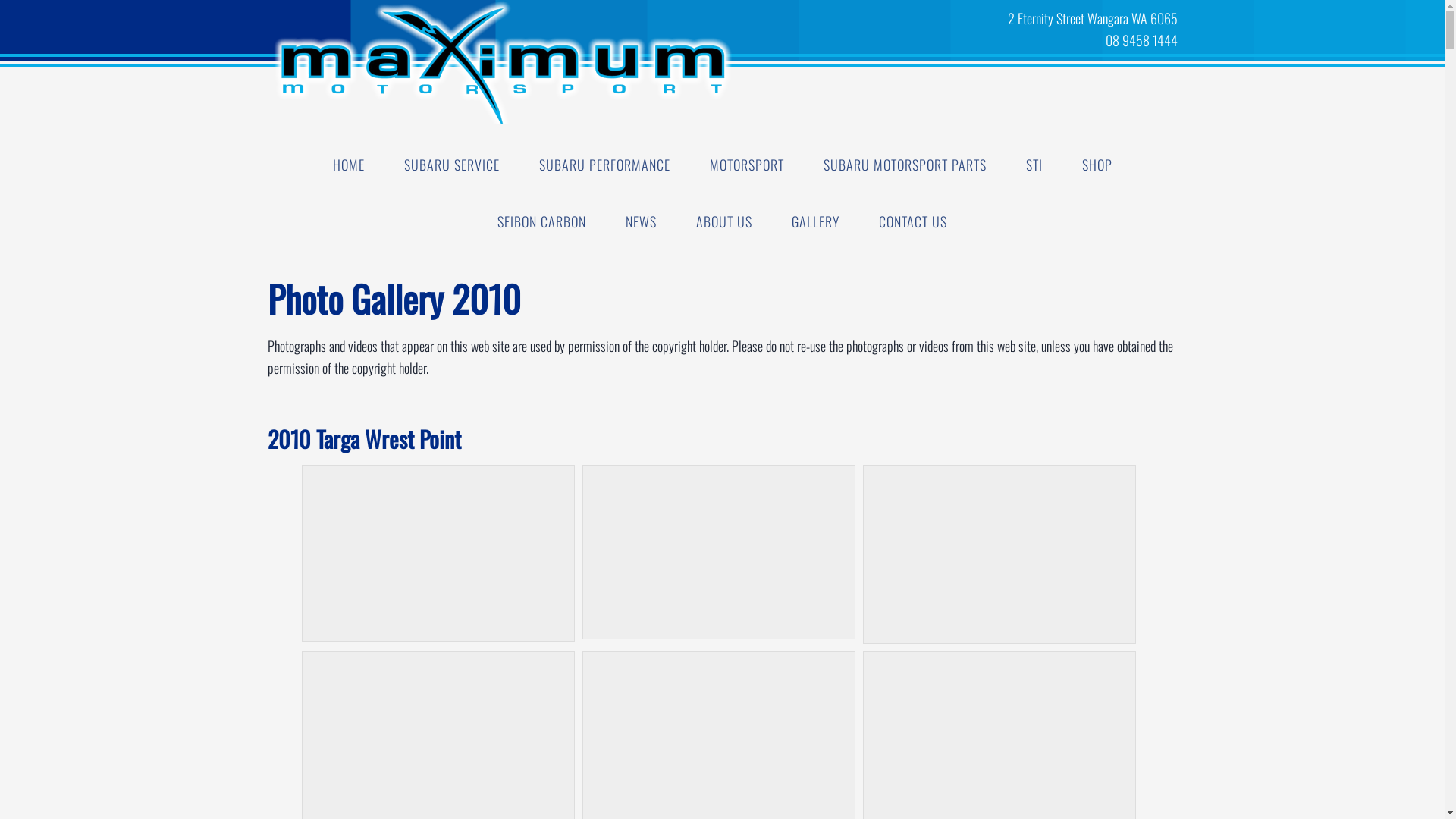 Image resolution: width=1456 pixels, height=819 pixels. I want to click on 'SHOP', so click(1062, 165).